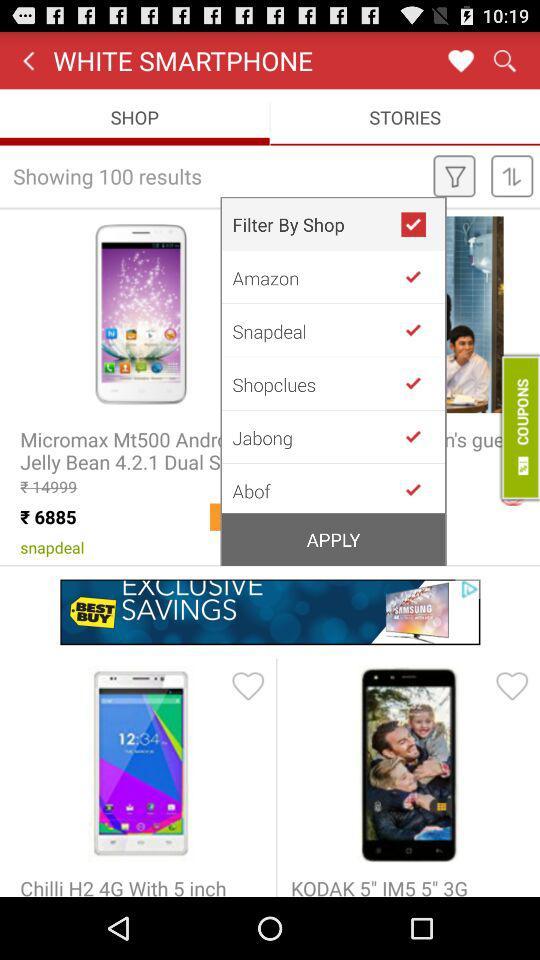 Image resolution: width=540 pixels, height=960 pixels. What do you see at coordinates (421, 224) in the screenshot?
I see `a clickable box that shows a checkmark in red when you filter a search request` at bounding box center [421, 224].